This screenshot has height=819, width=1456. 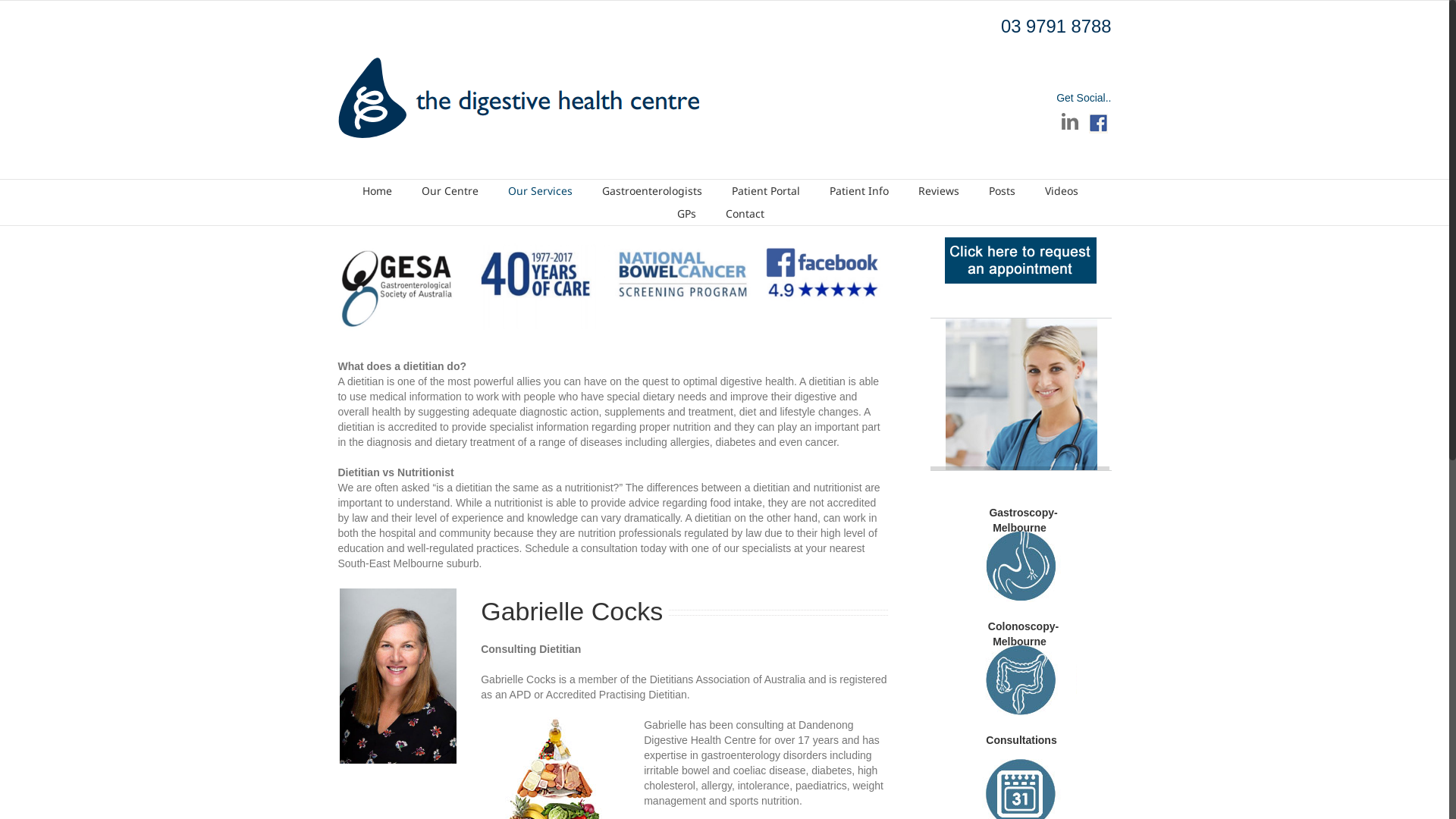 I want to click on 'Home', so click(x=377, y=190).